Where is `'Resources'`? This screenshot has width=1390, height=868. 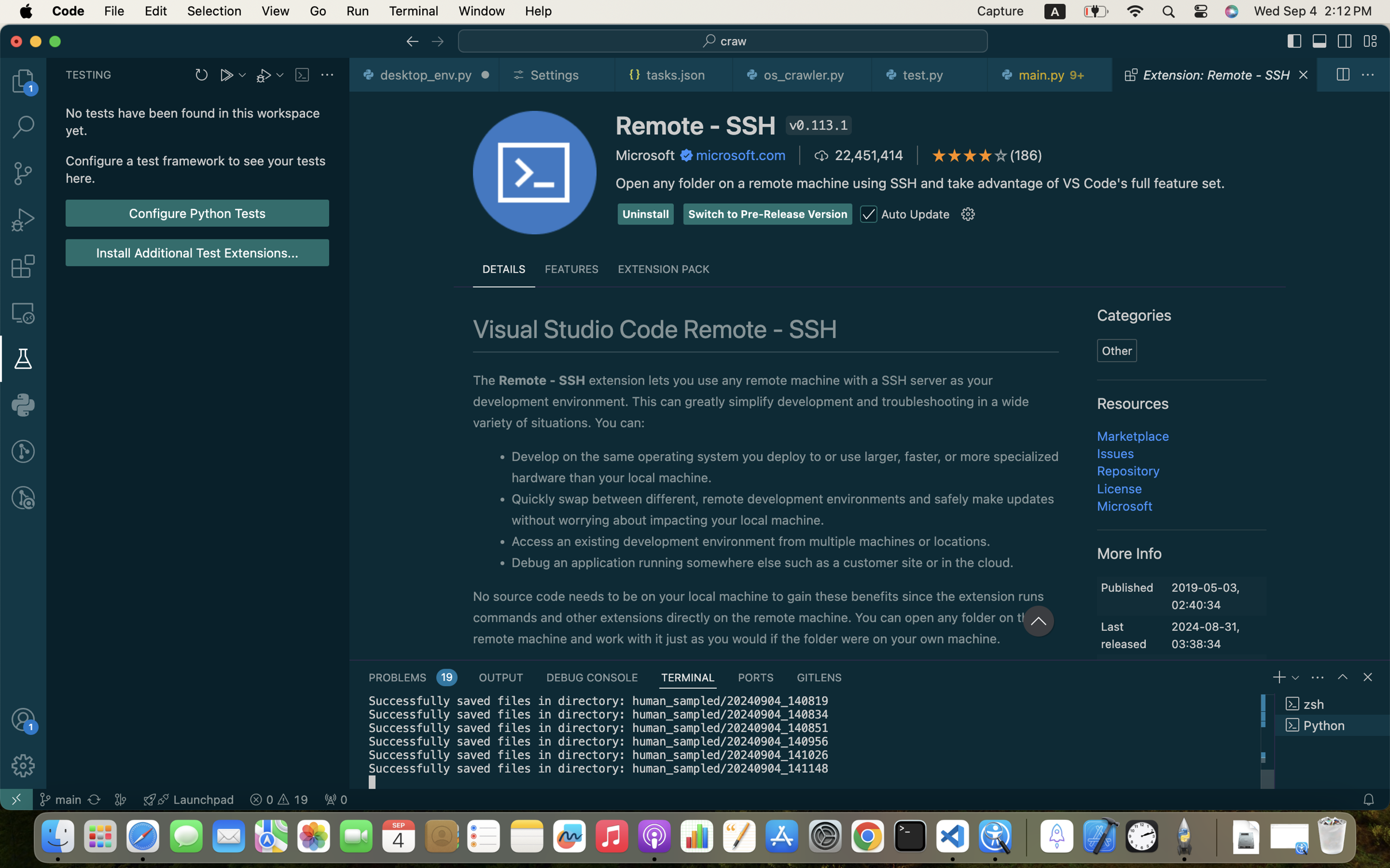 'Resources' is located at coordinates (1133, 403).